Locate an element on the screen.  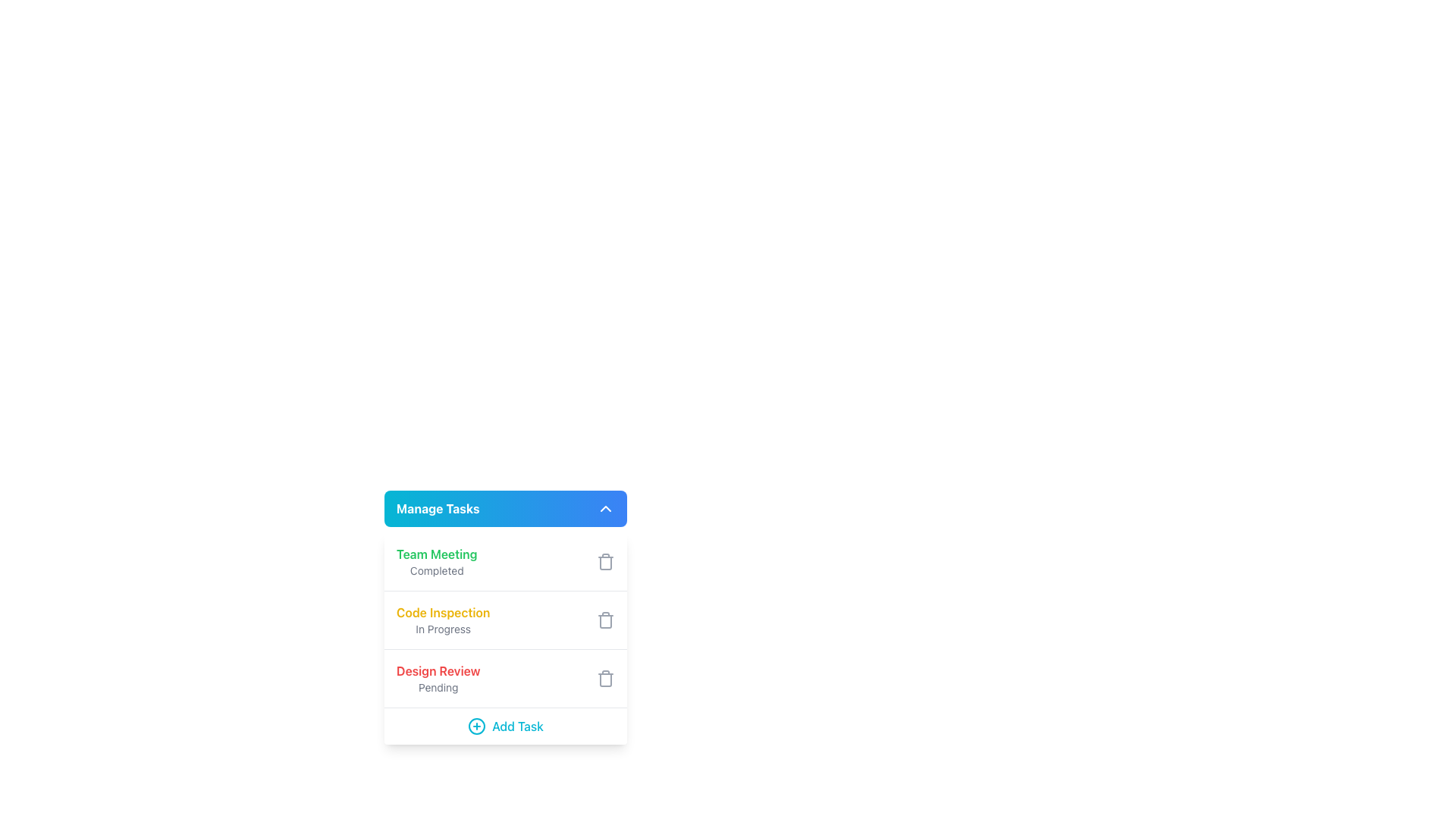
the status text label indicating the current status of the 'Design Review' task is located at coordinates (438, 687).